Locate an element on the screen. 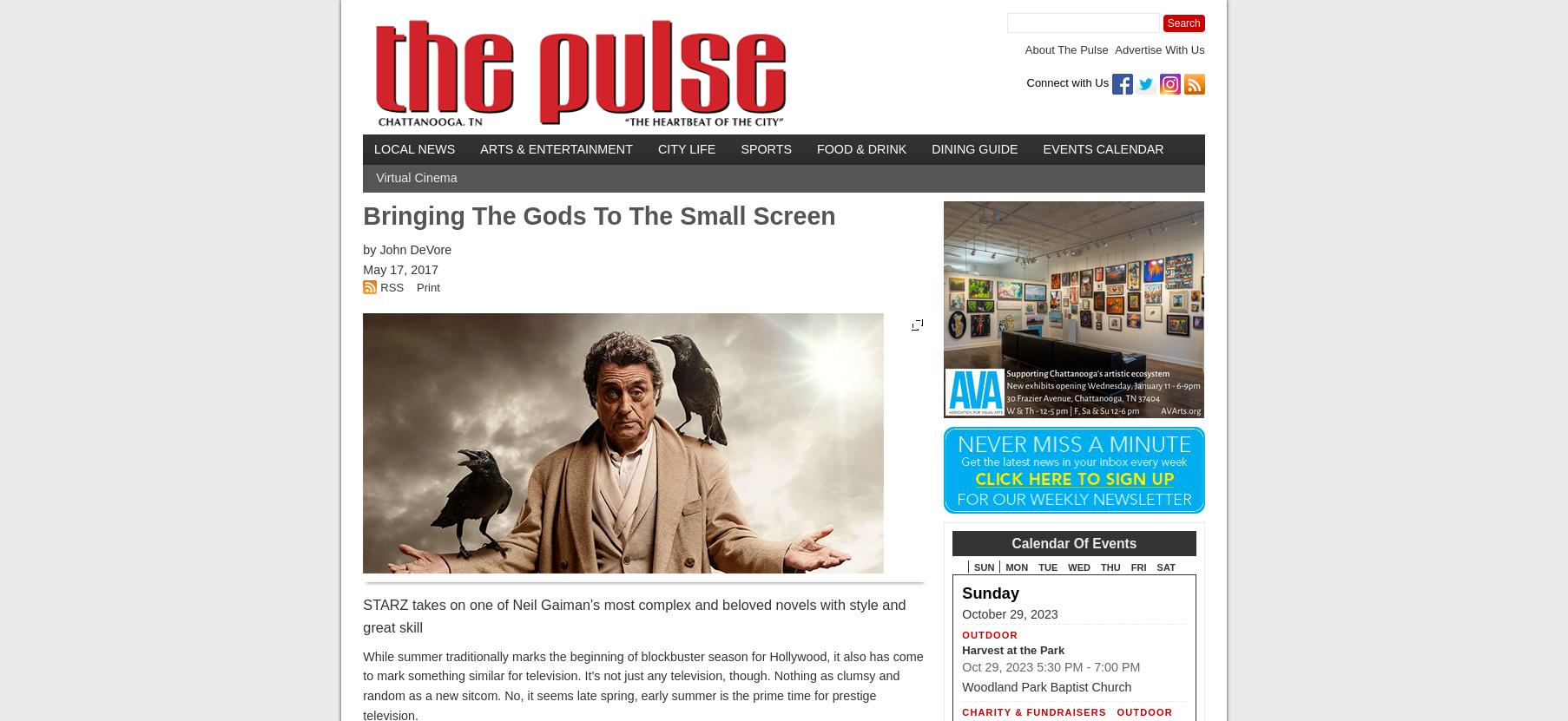  'facebook' is located at coordinates (1246, 79).